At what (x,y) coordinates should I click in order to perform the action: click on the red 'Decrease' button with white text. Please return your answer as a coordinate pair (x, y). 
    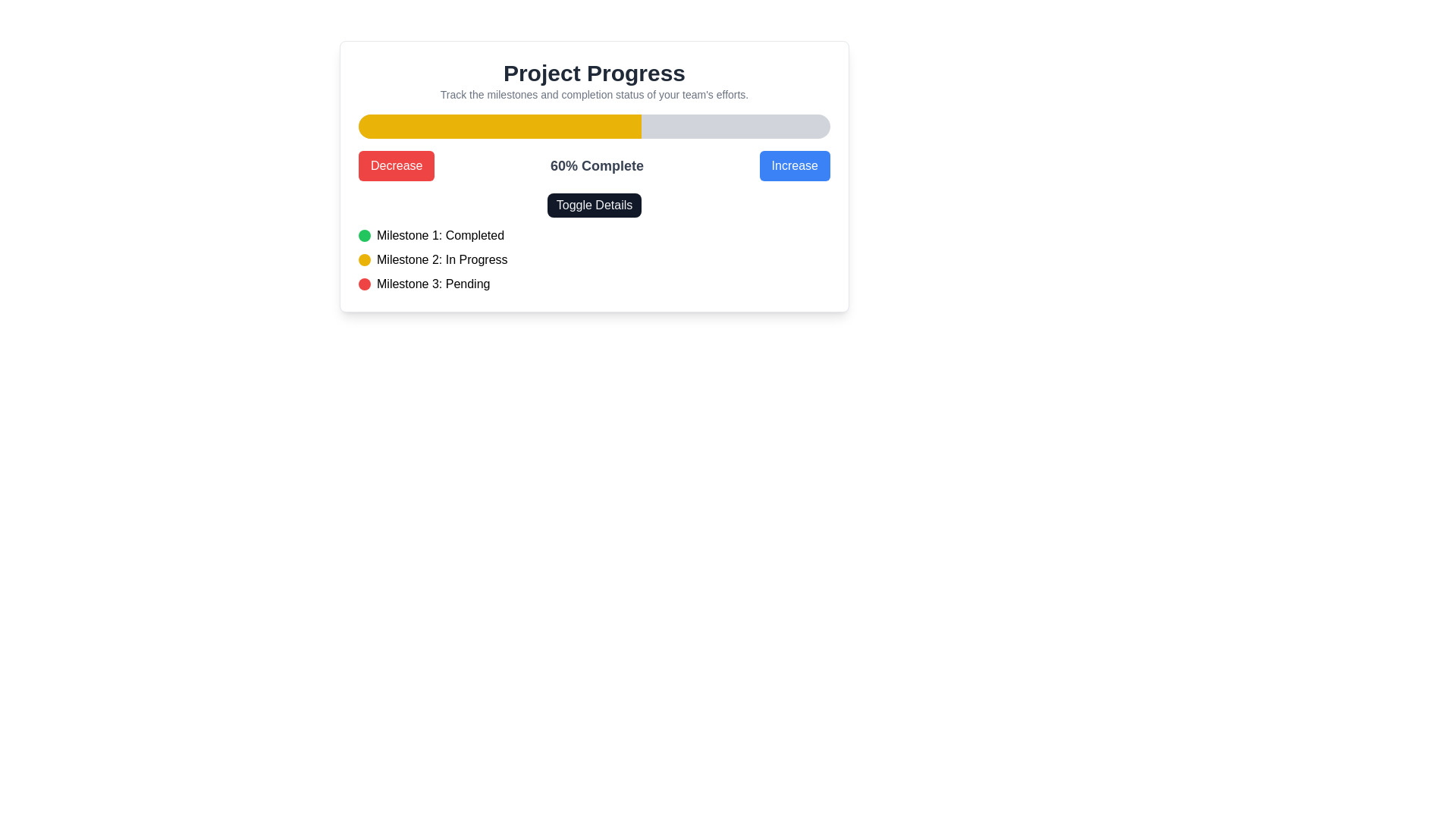
    Looking at the image, I should click on (397, 166).